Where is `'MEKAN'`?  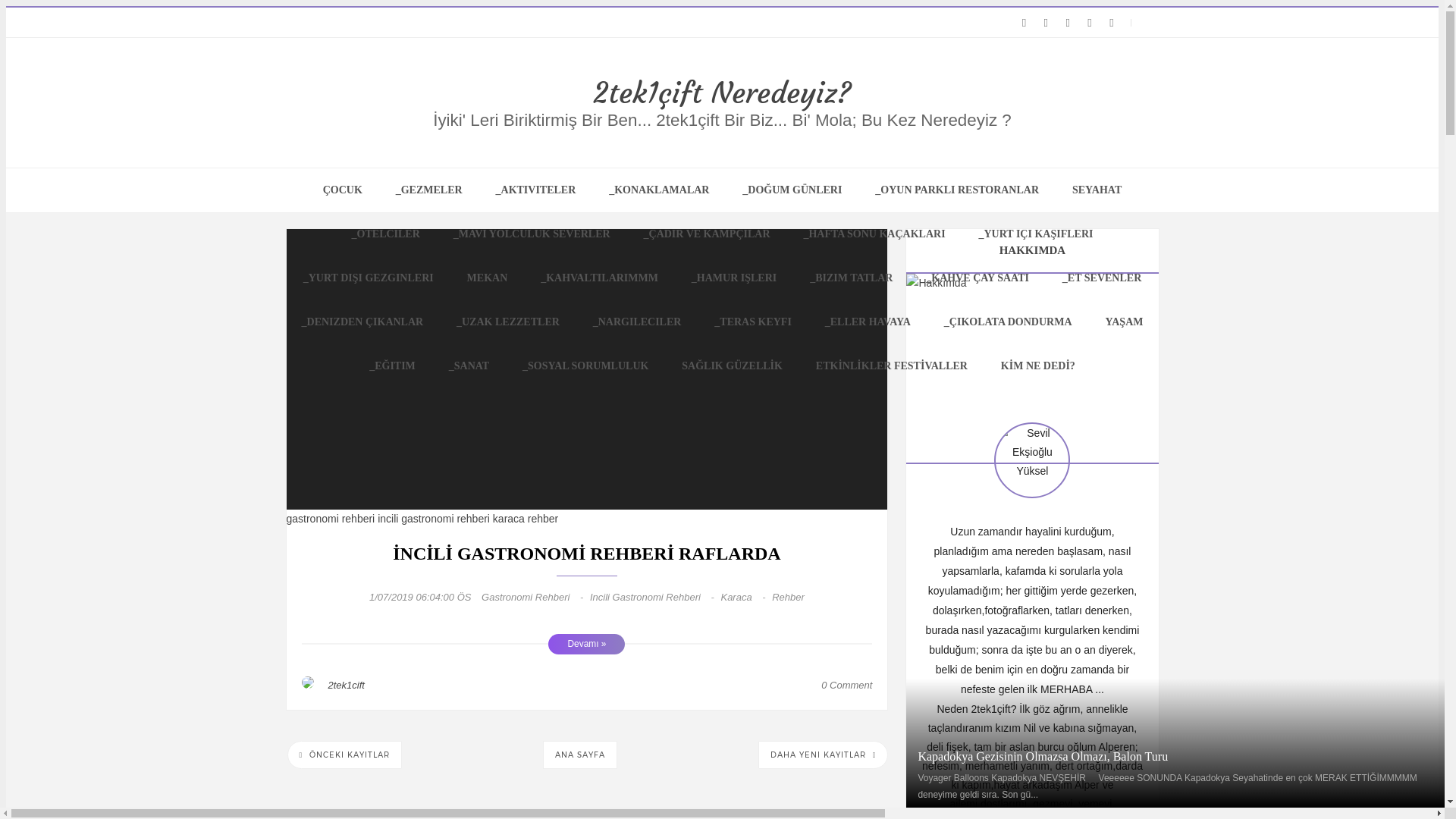 'MEKAN' is located at coordinates (488, 278).